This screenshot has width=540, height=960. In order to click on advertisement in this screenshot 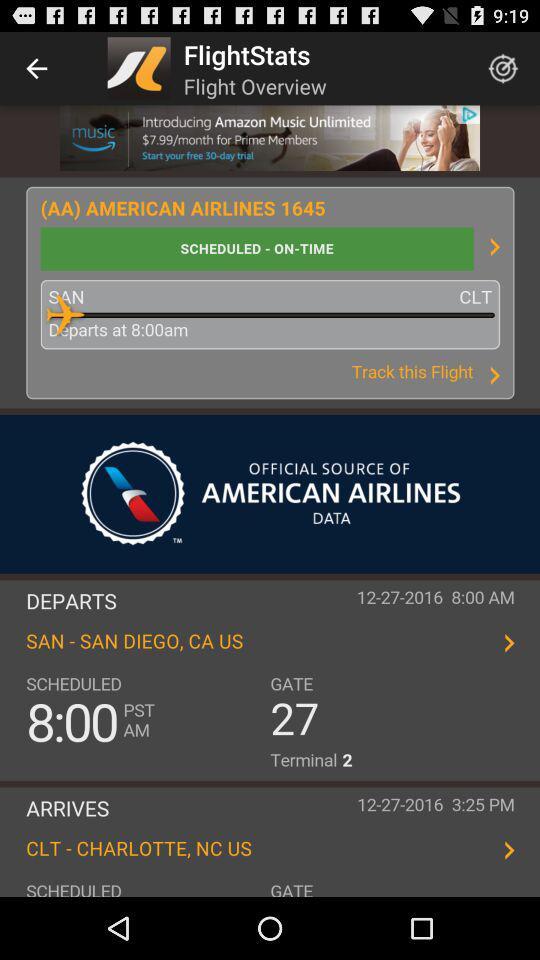, I will do `click(270, 136)`.